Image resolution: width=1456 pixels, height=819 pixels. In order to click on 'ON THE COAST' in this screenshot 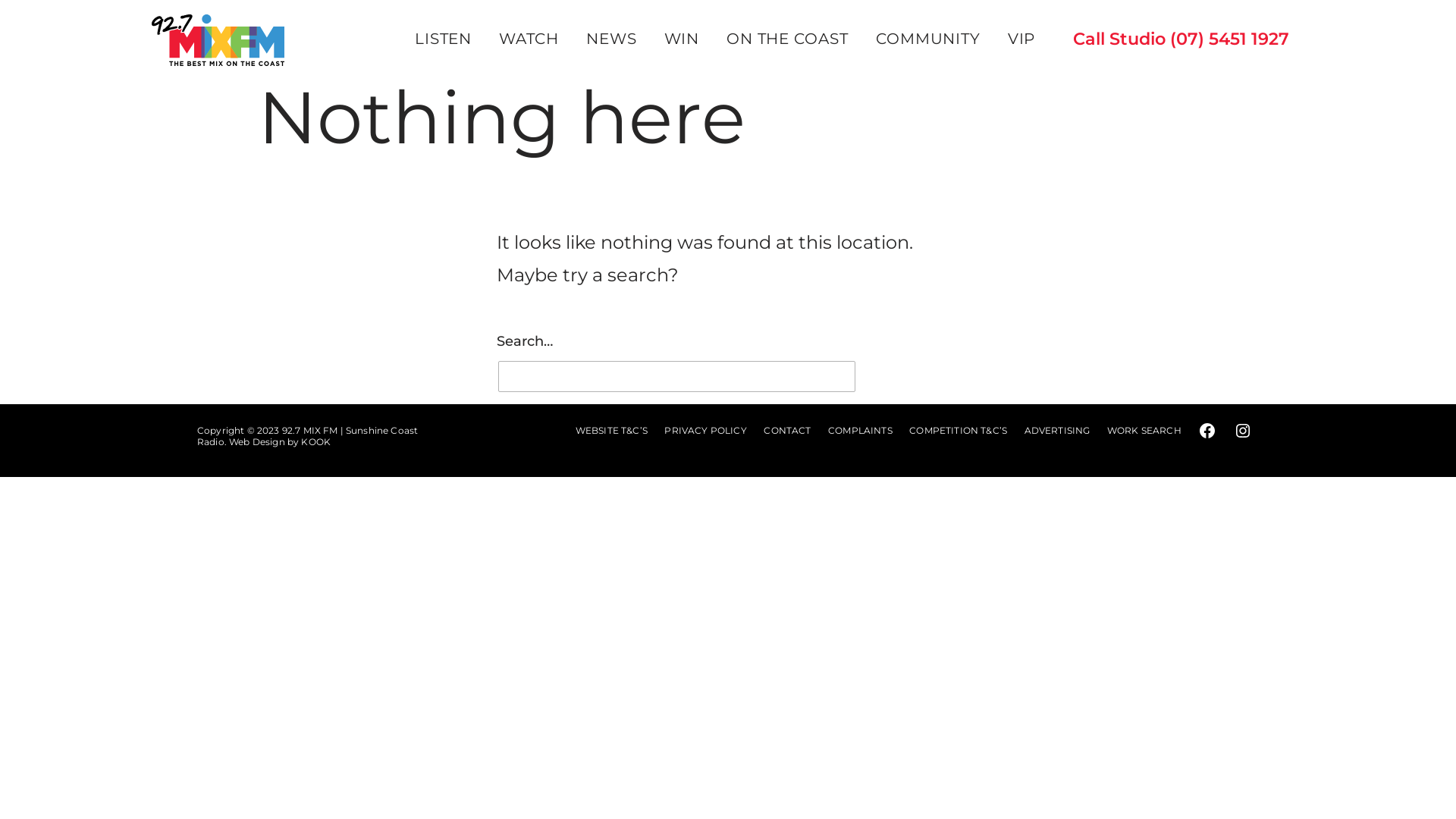, I will do `click(786, 37)`.